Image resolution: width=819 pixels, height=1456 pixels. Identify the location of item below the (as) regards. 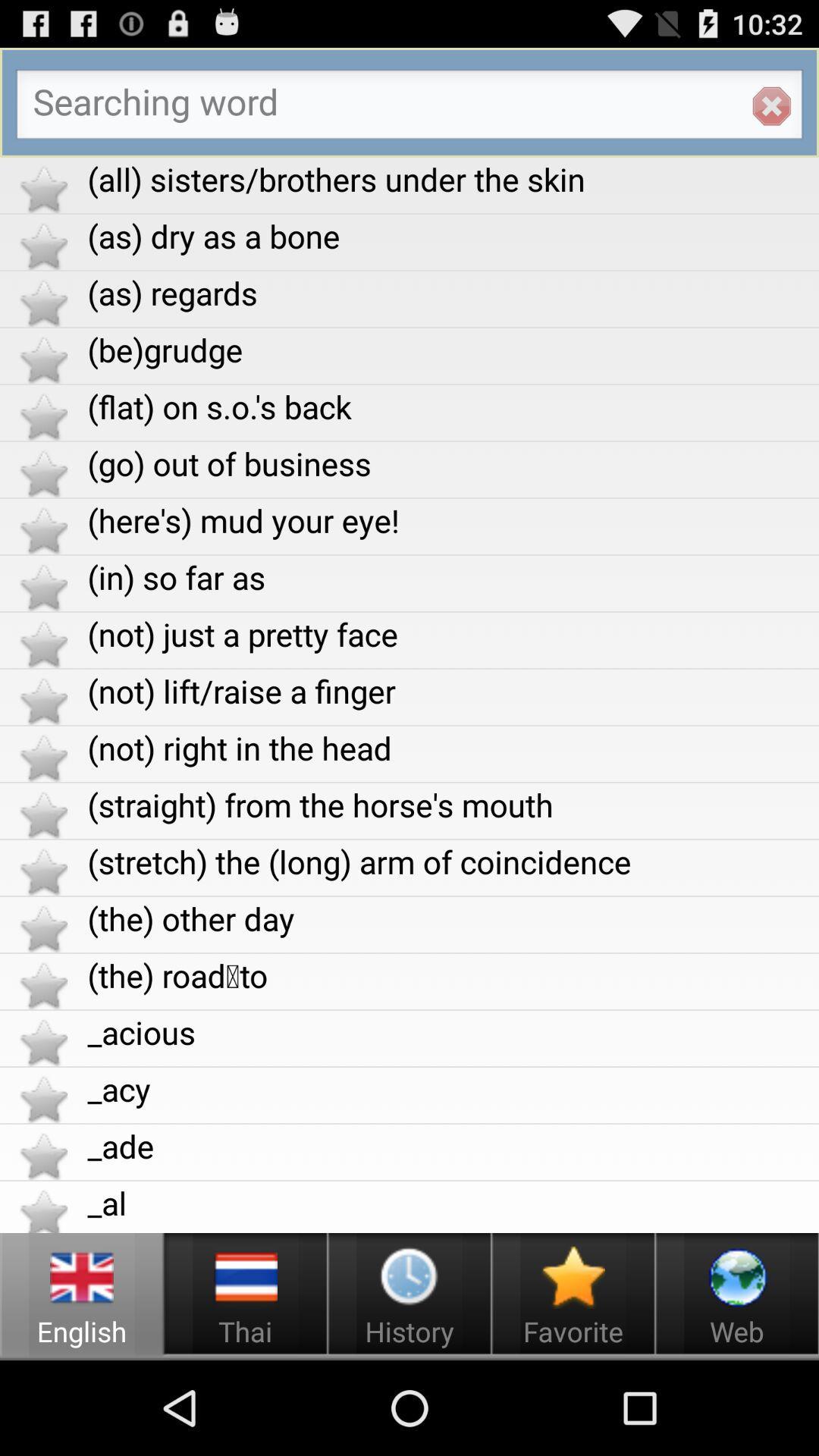
(452, 349).